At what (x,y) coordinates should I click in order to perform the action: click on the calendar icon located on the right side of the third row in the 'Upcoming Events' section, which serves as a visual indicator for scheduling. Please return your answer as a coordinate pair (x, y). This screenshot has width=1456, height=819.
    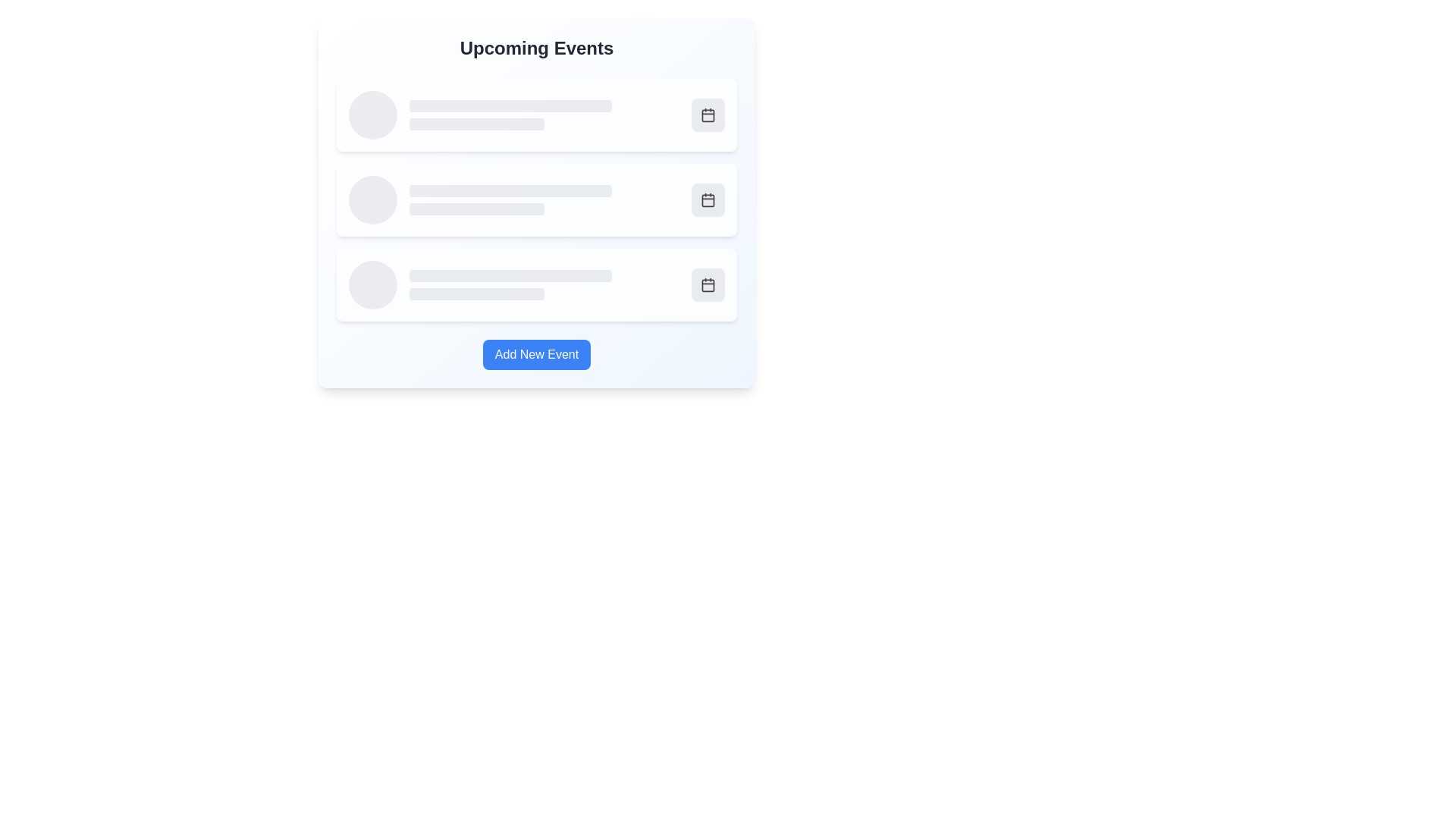
    Looking at the image, I should click on (708, 284).